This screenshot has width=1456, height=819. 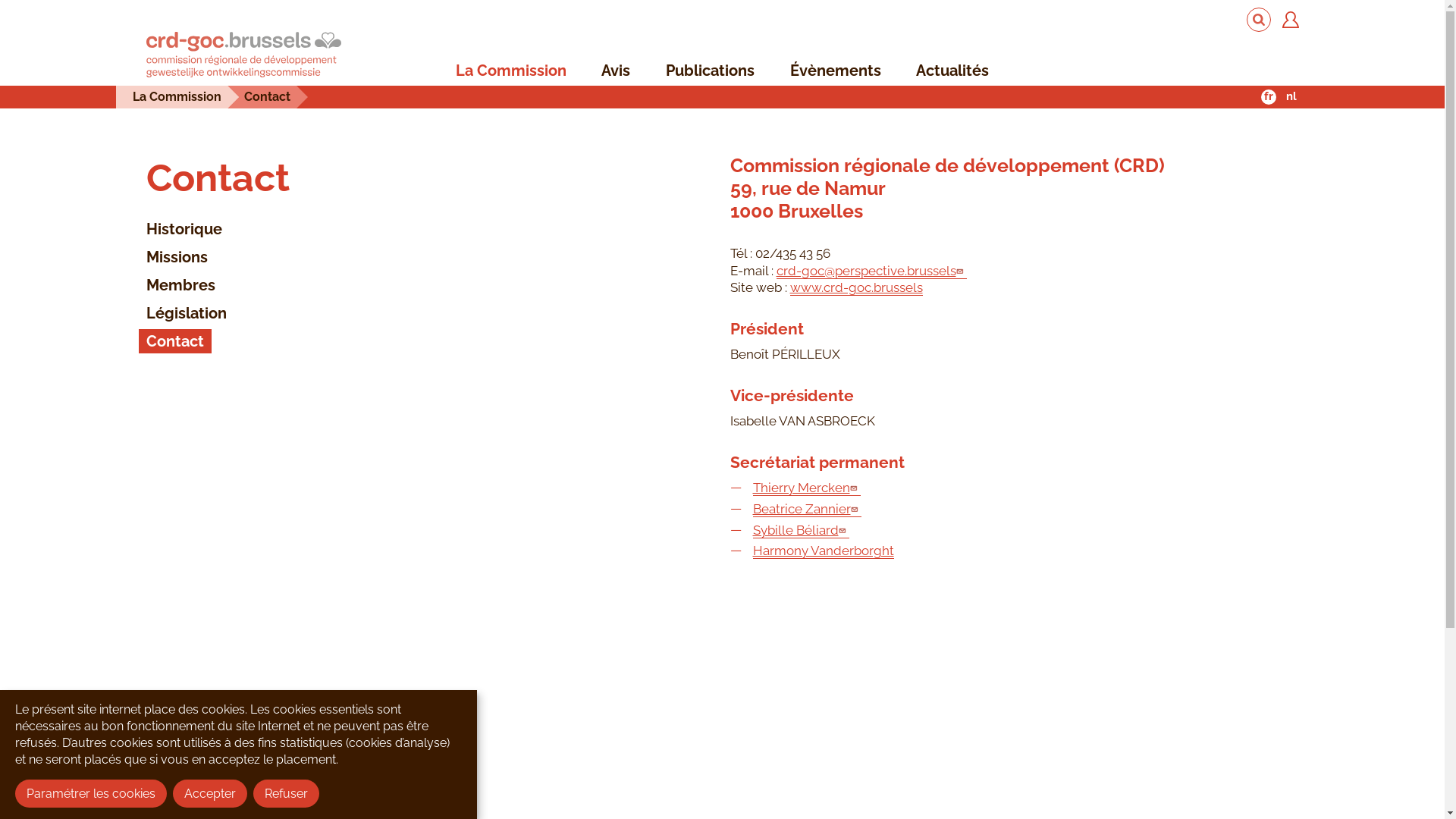 I want to click on 'Harmony Vanderborght', so click(x=821, y=551).